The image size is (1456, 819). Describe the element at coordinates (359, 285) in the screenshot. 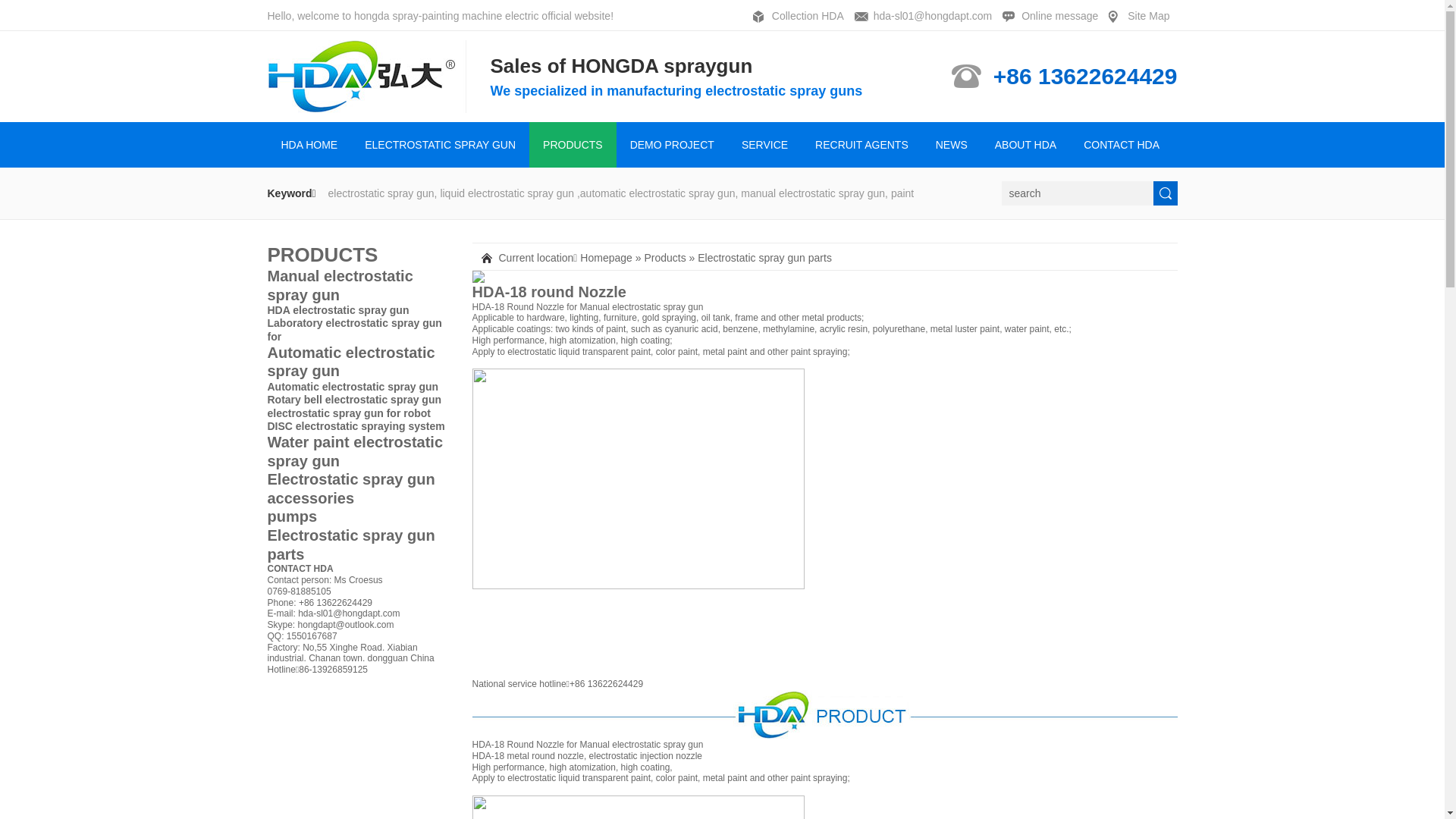

I see `'Manual electrostatic spray gun'` at that location.